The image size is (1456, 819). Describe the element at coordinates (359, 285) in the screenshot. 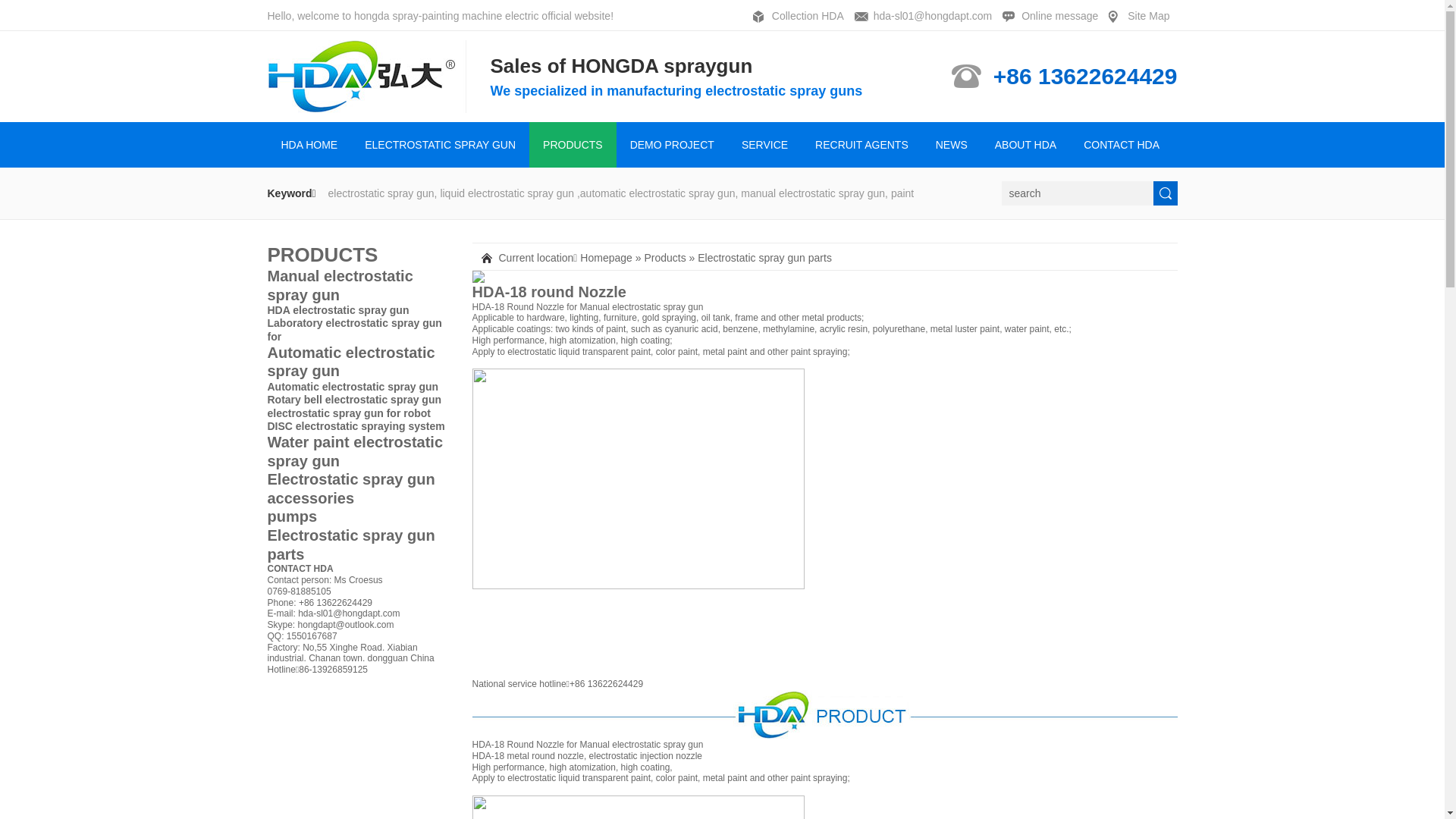

I see `'Manual electrostatic spray gun'` at that location.